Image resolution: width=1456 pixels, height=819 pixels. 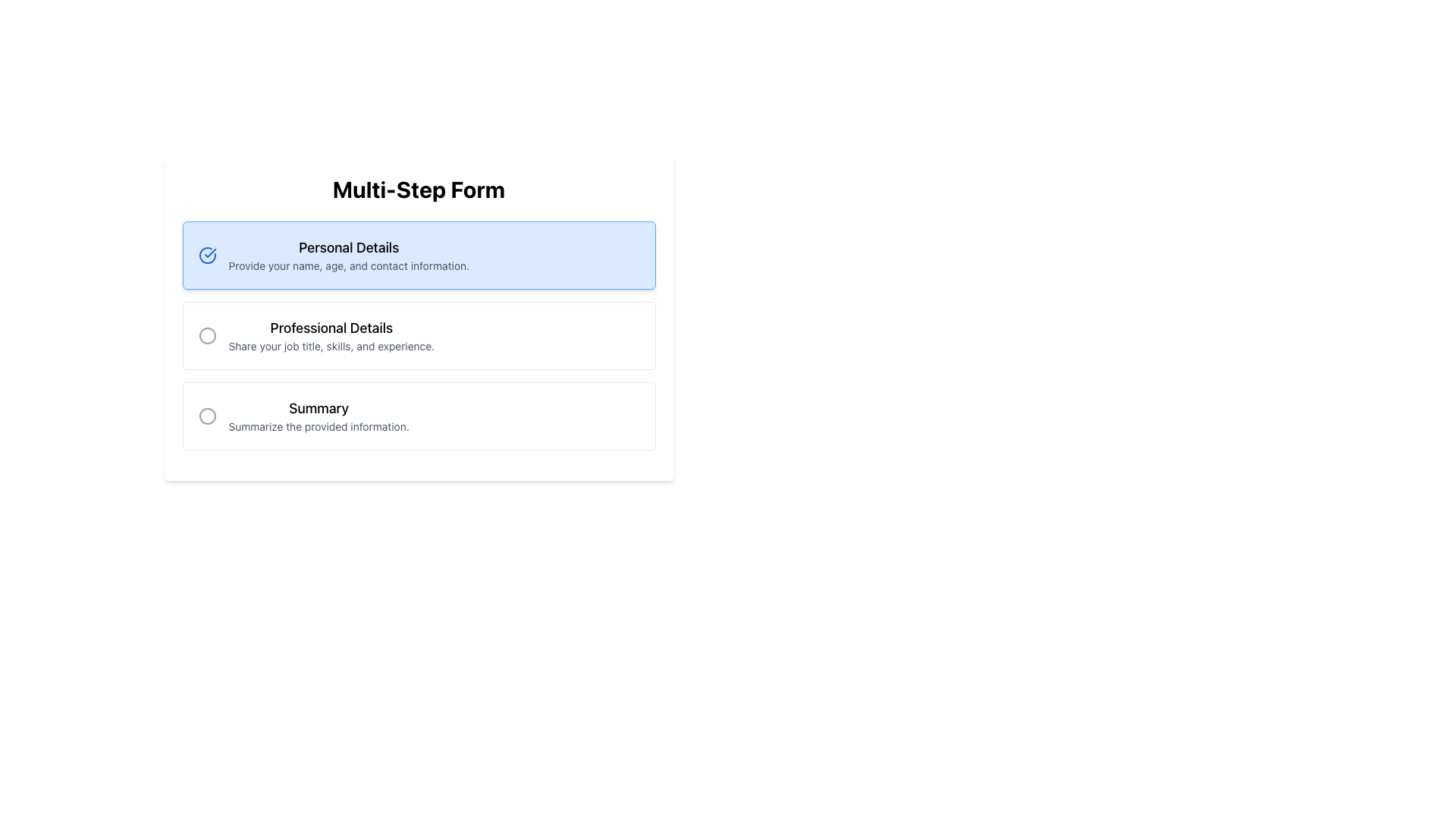 What do you see at coordinates (206, 335) in the screenshot?
I see `the inner circle of the second option in the multi-step process, located to the left of the label 'Professional Details'` at bounding box center [206, 335].